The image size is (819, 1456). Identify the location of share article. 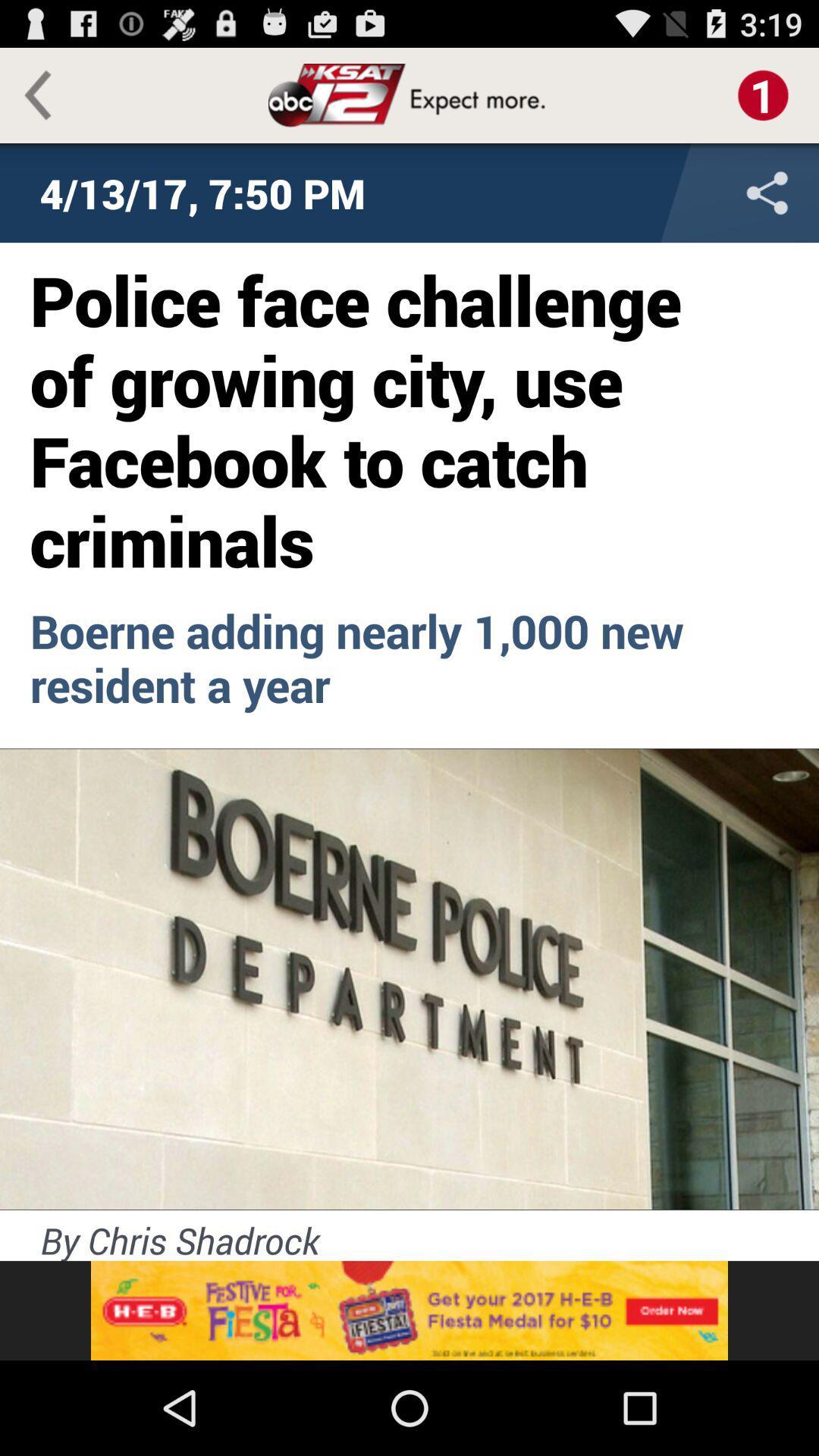
(667, 192).